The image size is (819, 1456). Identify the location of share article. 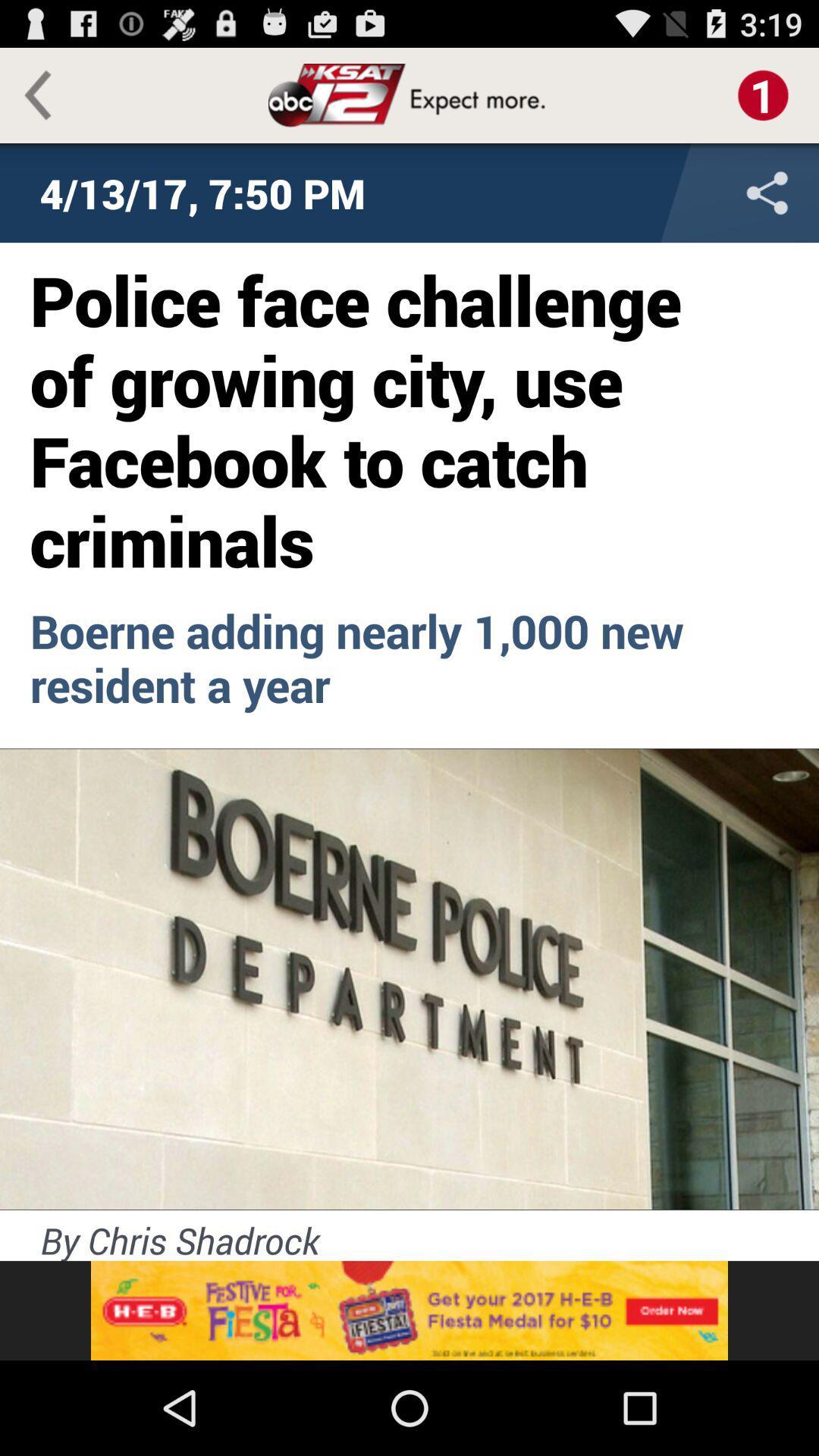
(667, 192).